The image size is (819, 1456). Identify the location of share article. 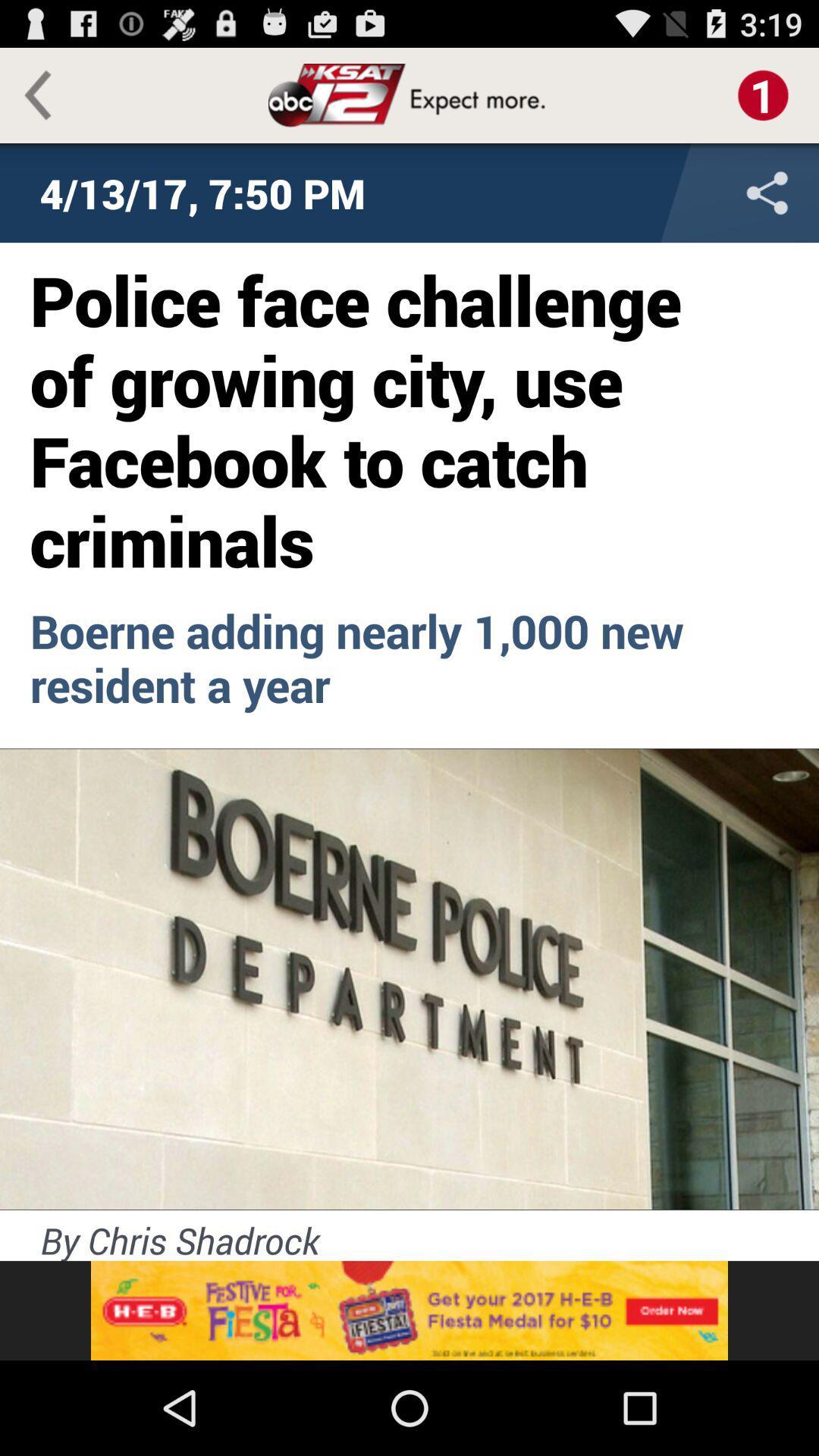
(667, 192).